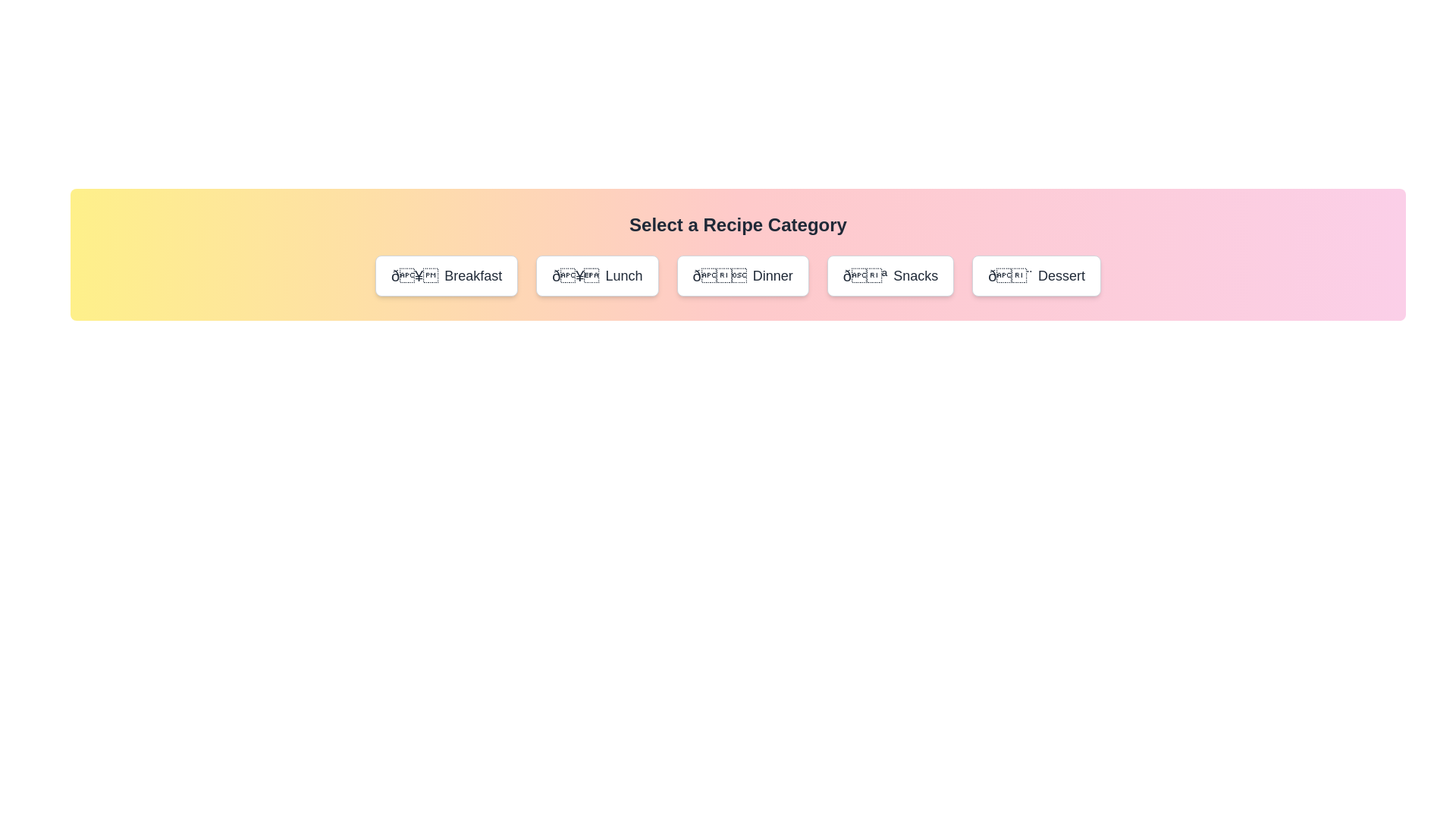  What do you see at coordinates (1036, 275) in the screenshot?
I see `the Dessert button to see the hover effect` at bounding box center [1036, 275].